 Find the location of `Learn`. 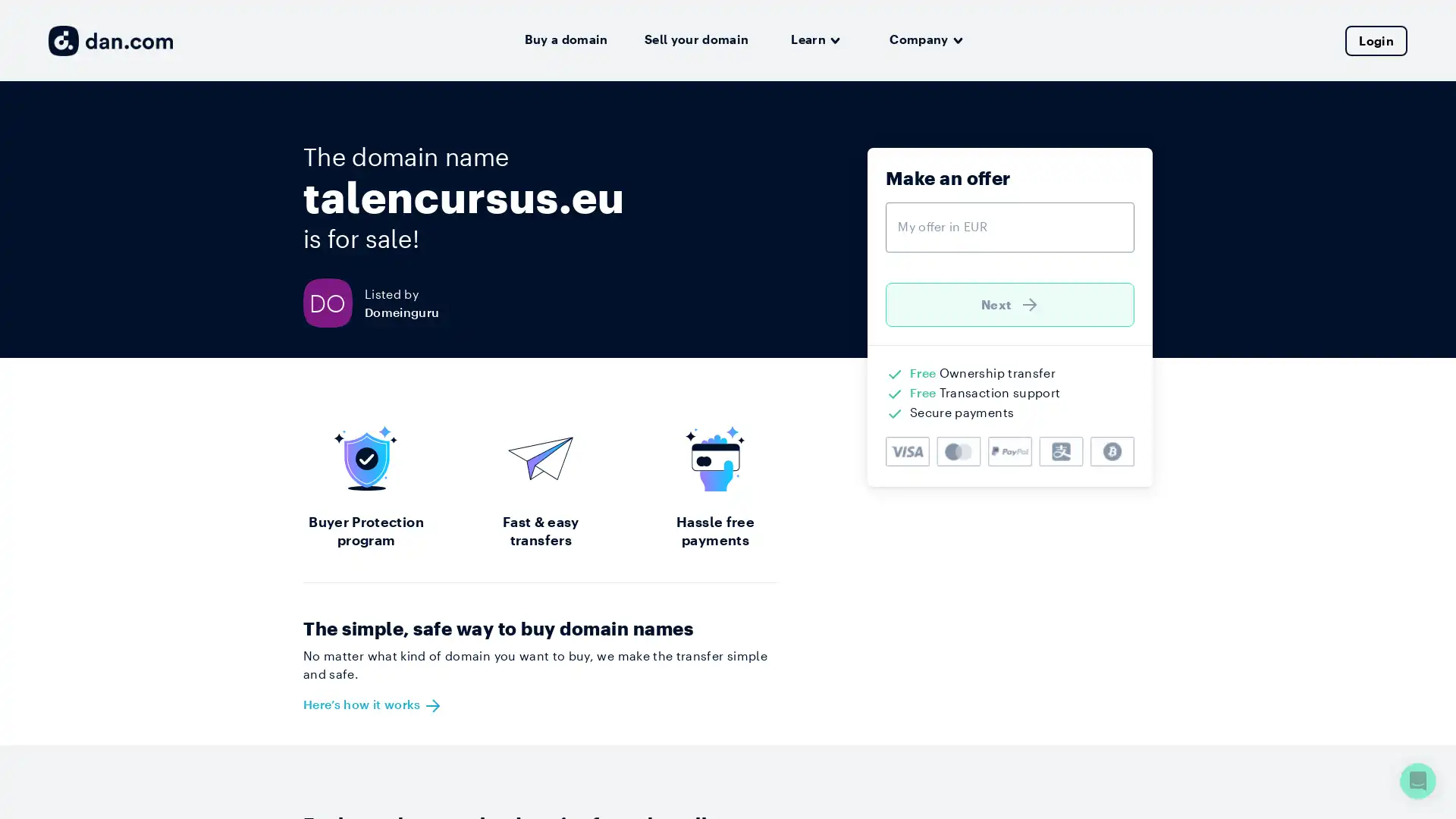

Learn is located at coordinates (814, 39).